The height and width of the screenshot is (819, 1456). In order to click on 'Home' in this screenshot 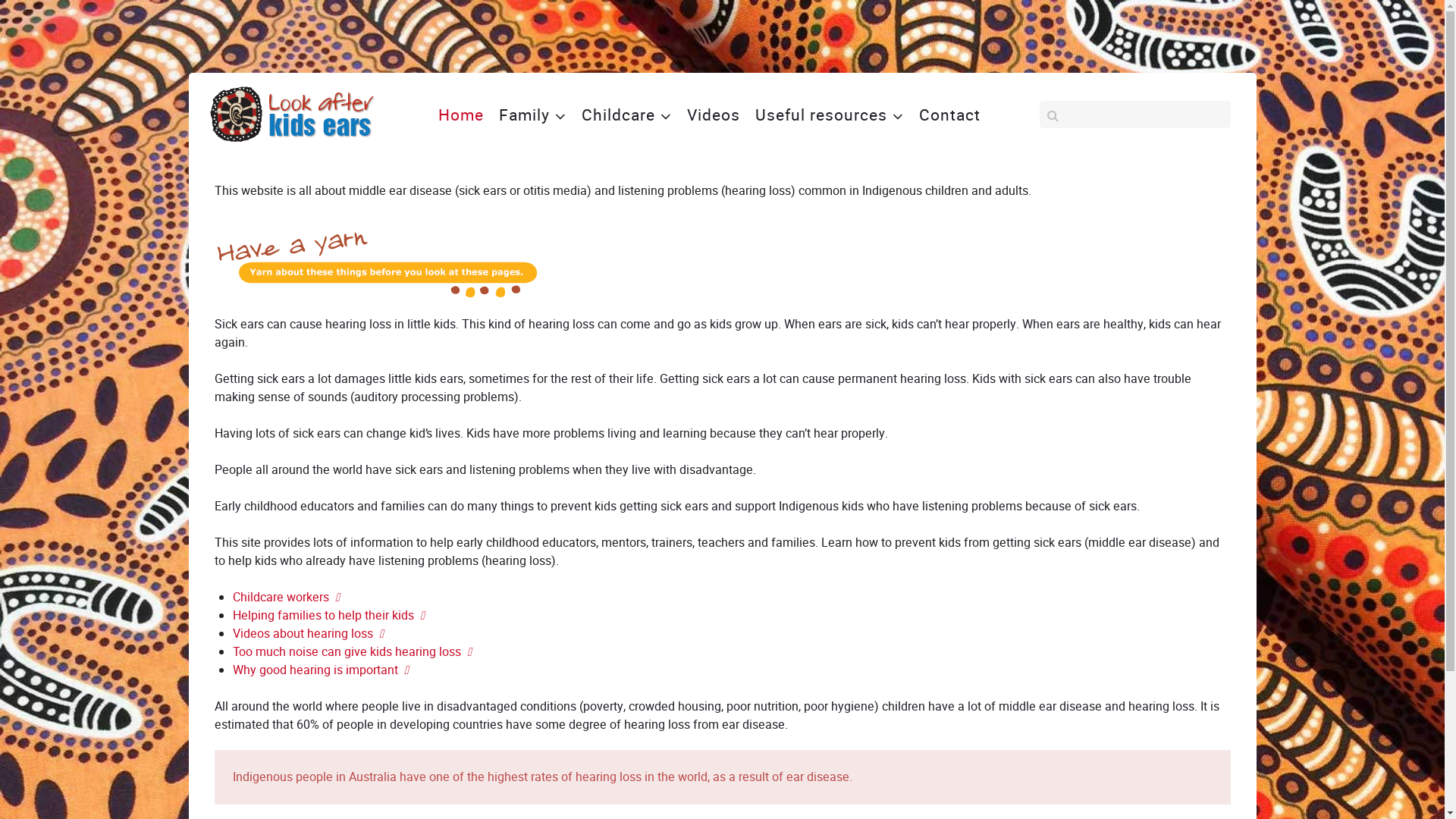, I will do `click(431, 113)`.